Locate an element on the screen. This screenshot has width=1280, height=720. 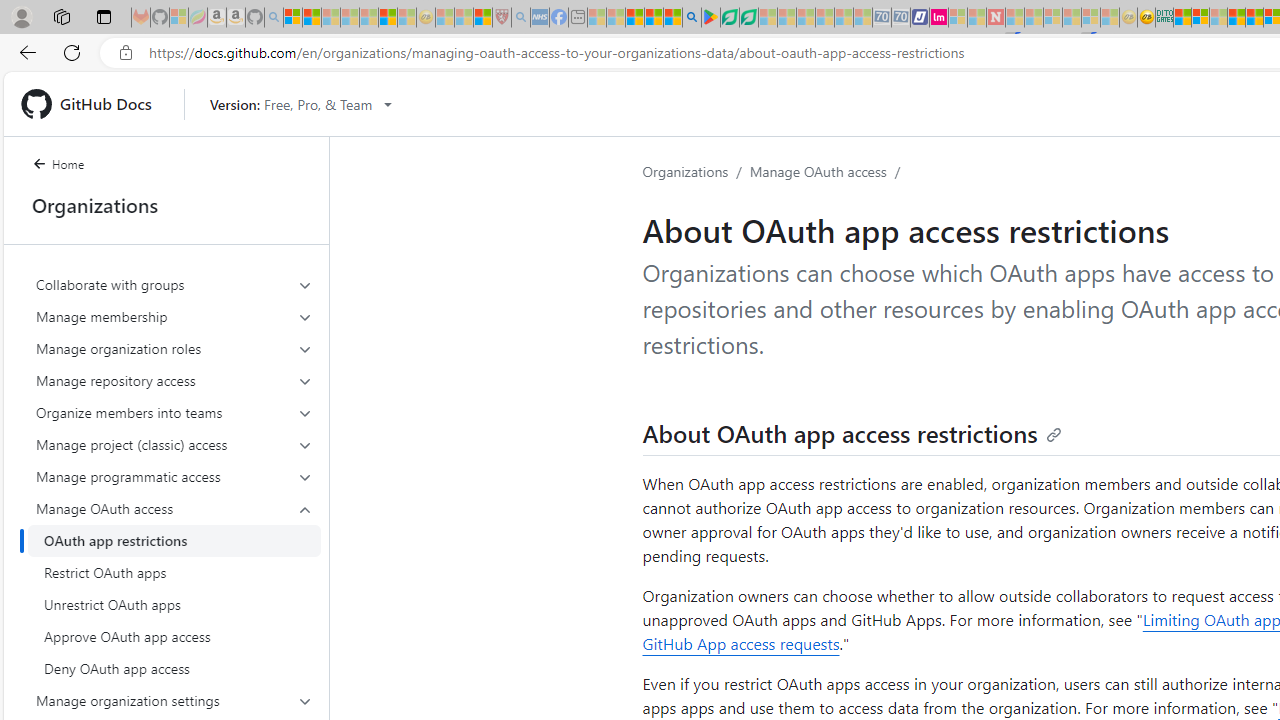
'Organizations' is located at coordinates (686, 170).